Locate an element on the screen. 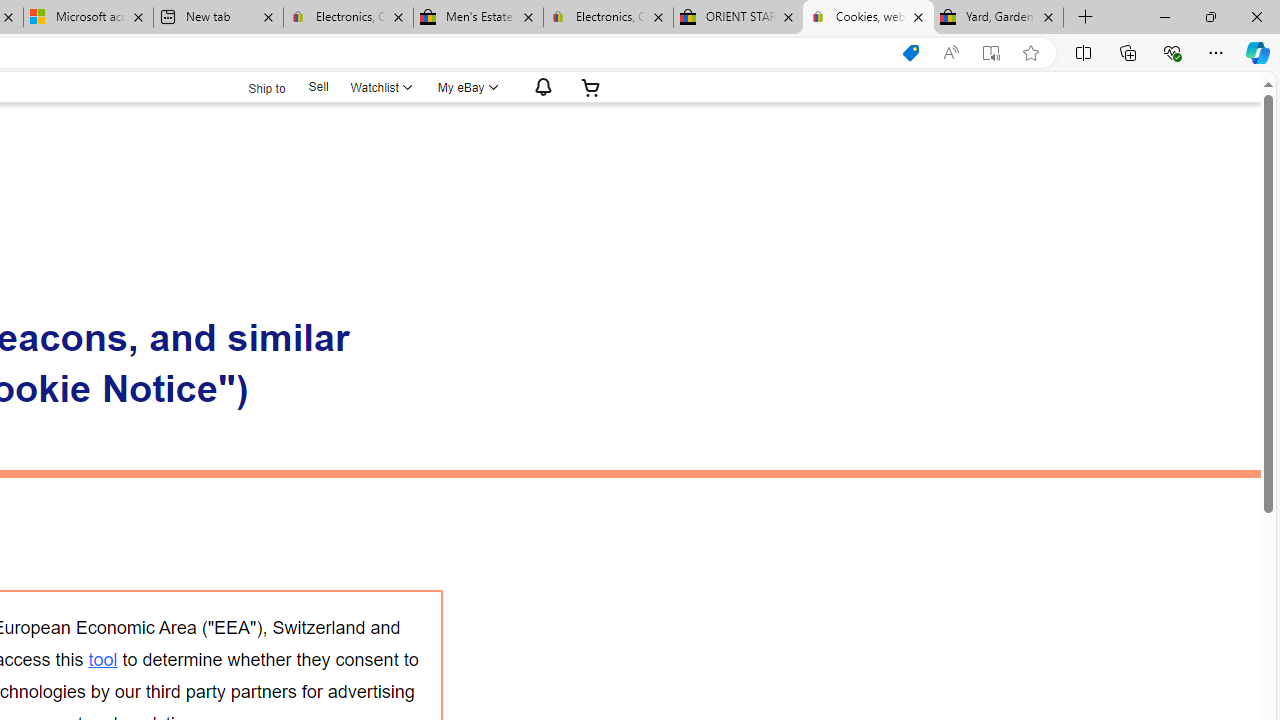 Image resolution: width=1280 pixels, height=720 pixels. 'Sell' is located at coordinates (317, 86).